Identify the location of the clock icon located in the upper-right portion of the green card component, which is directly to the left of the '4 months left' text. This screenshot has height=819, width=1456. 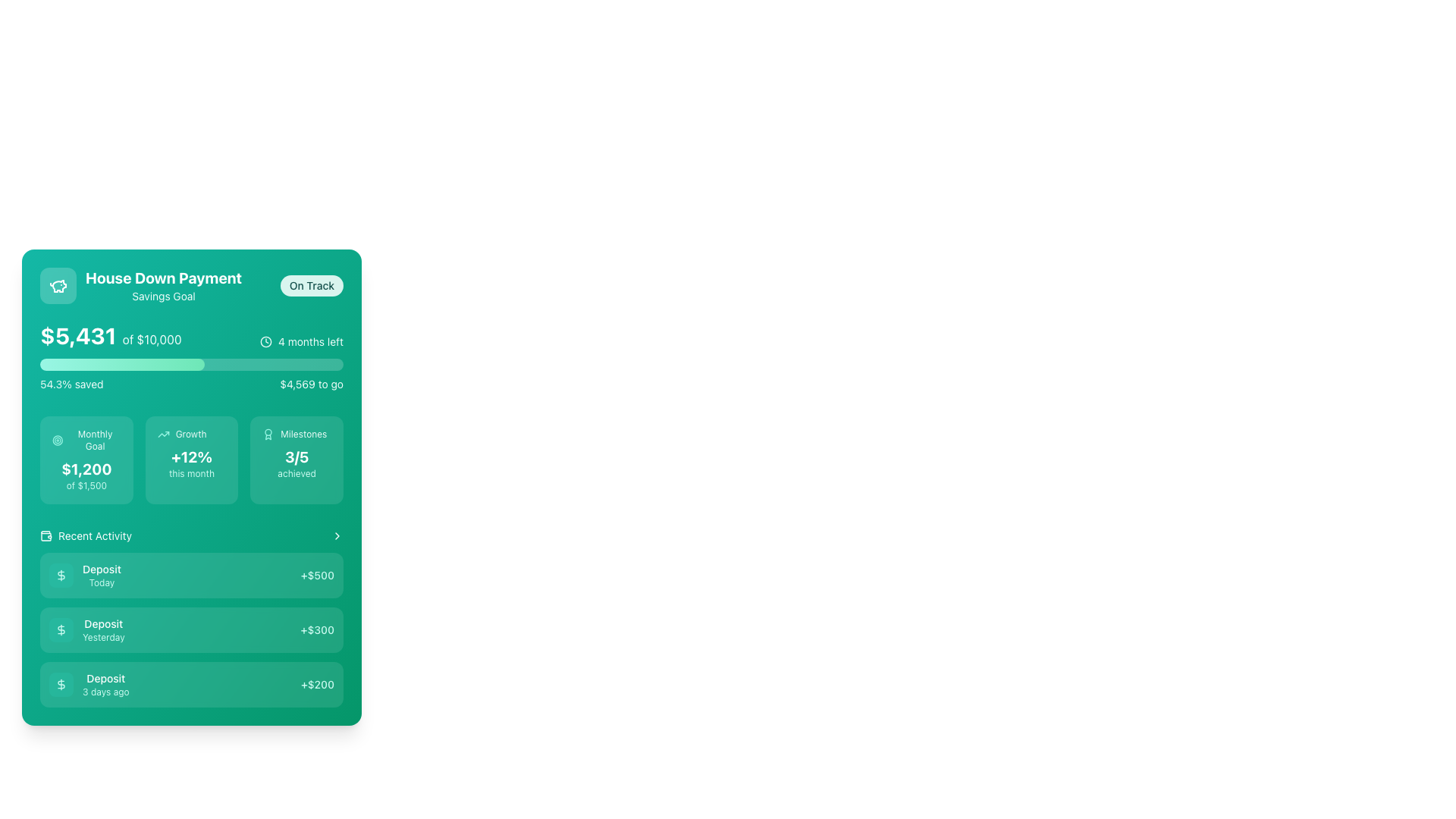
(266, 342).